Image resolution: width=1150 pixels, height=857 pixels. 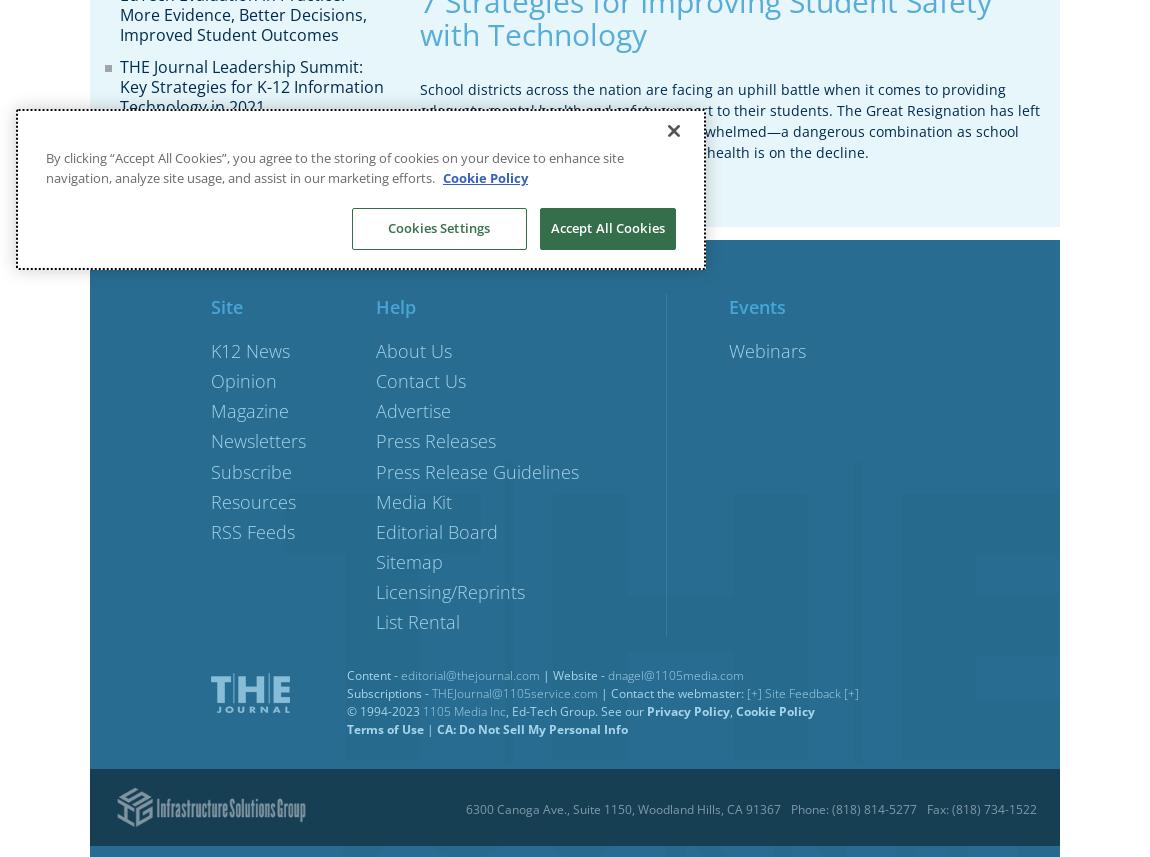 I want to click on 'Opinion', so click(x=243, y=380).